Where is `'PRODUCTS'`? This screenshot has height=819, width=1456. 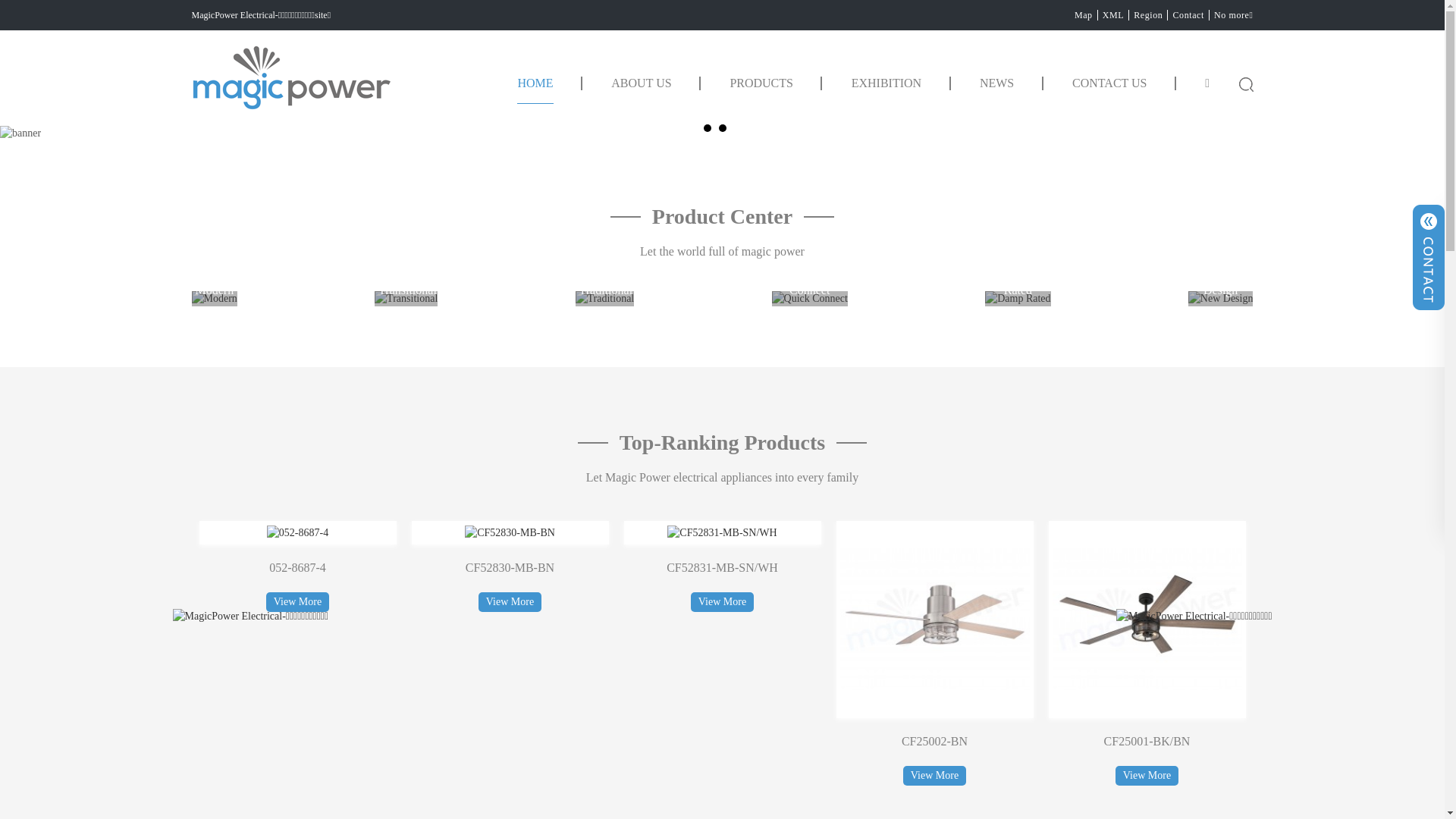 'PRODUCTS' is located at coordinates (761, 89).